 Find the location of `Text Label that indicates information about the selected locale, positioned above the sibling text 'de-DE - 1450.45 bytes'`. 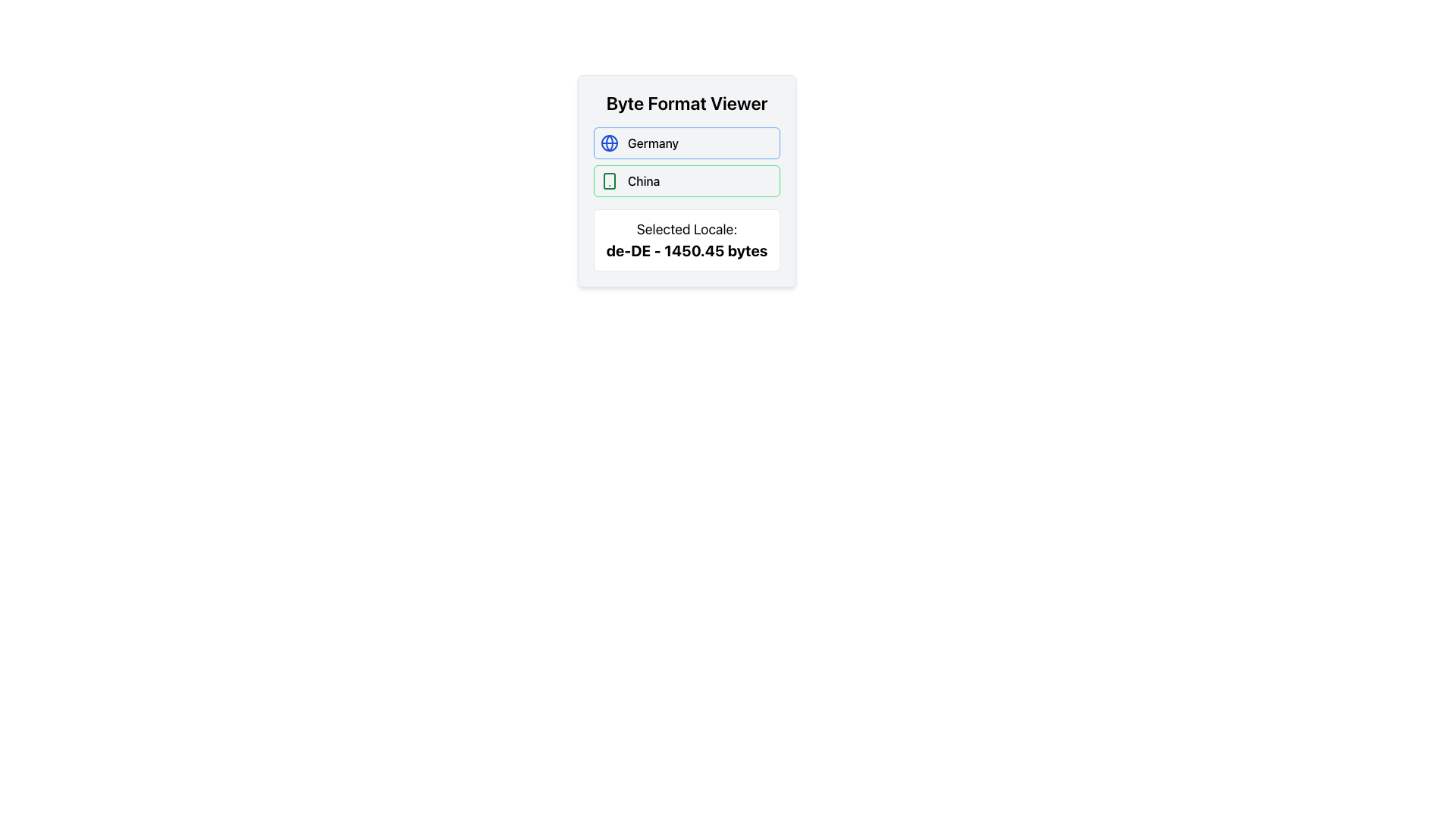

Text Label that indicates information about the selected locale, positioned above the sibling text 'de-DE - 1450.45 bytes' is located at coordinates (686, 230).